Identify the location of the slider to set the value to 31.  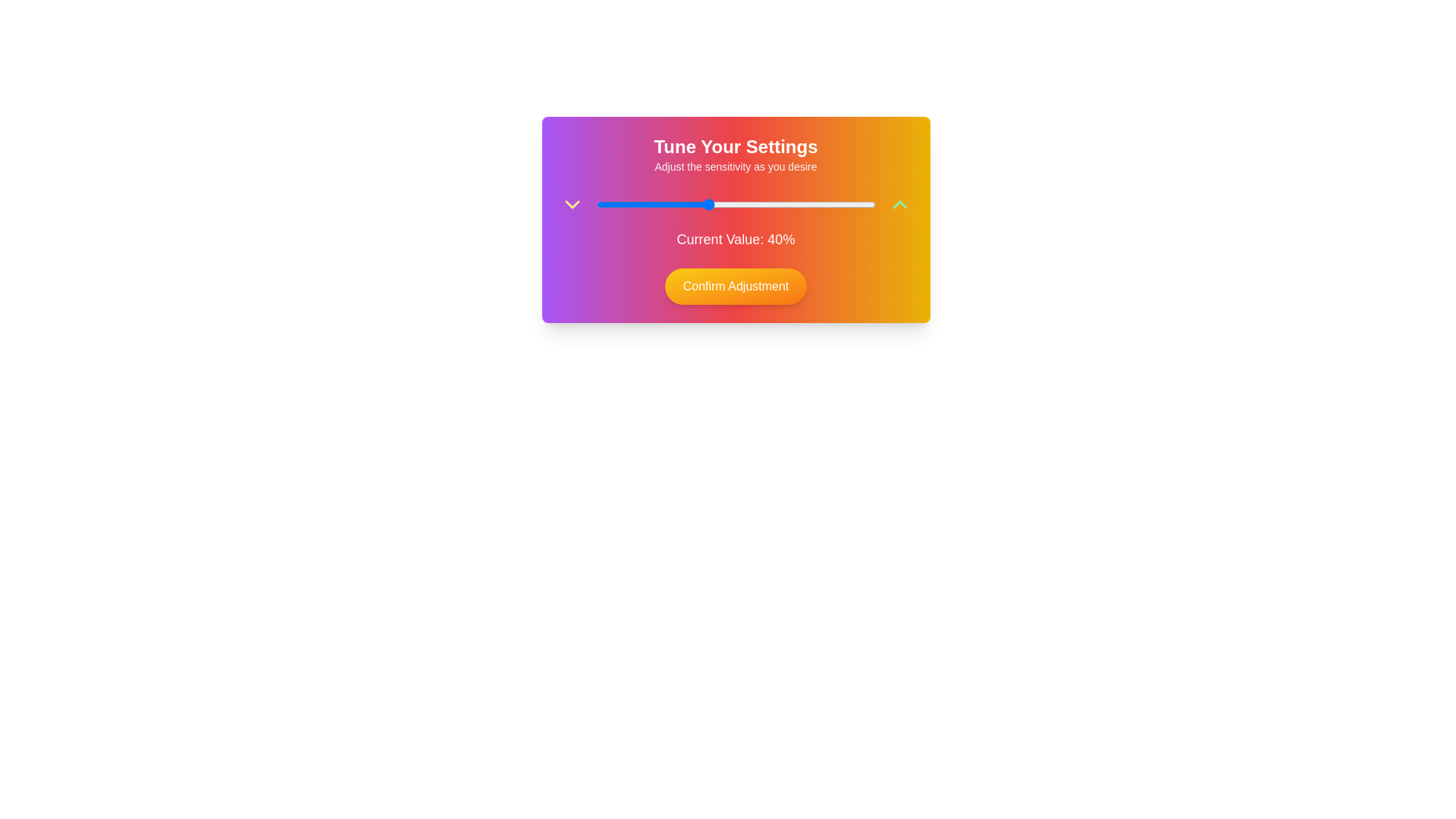
(682, 205).